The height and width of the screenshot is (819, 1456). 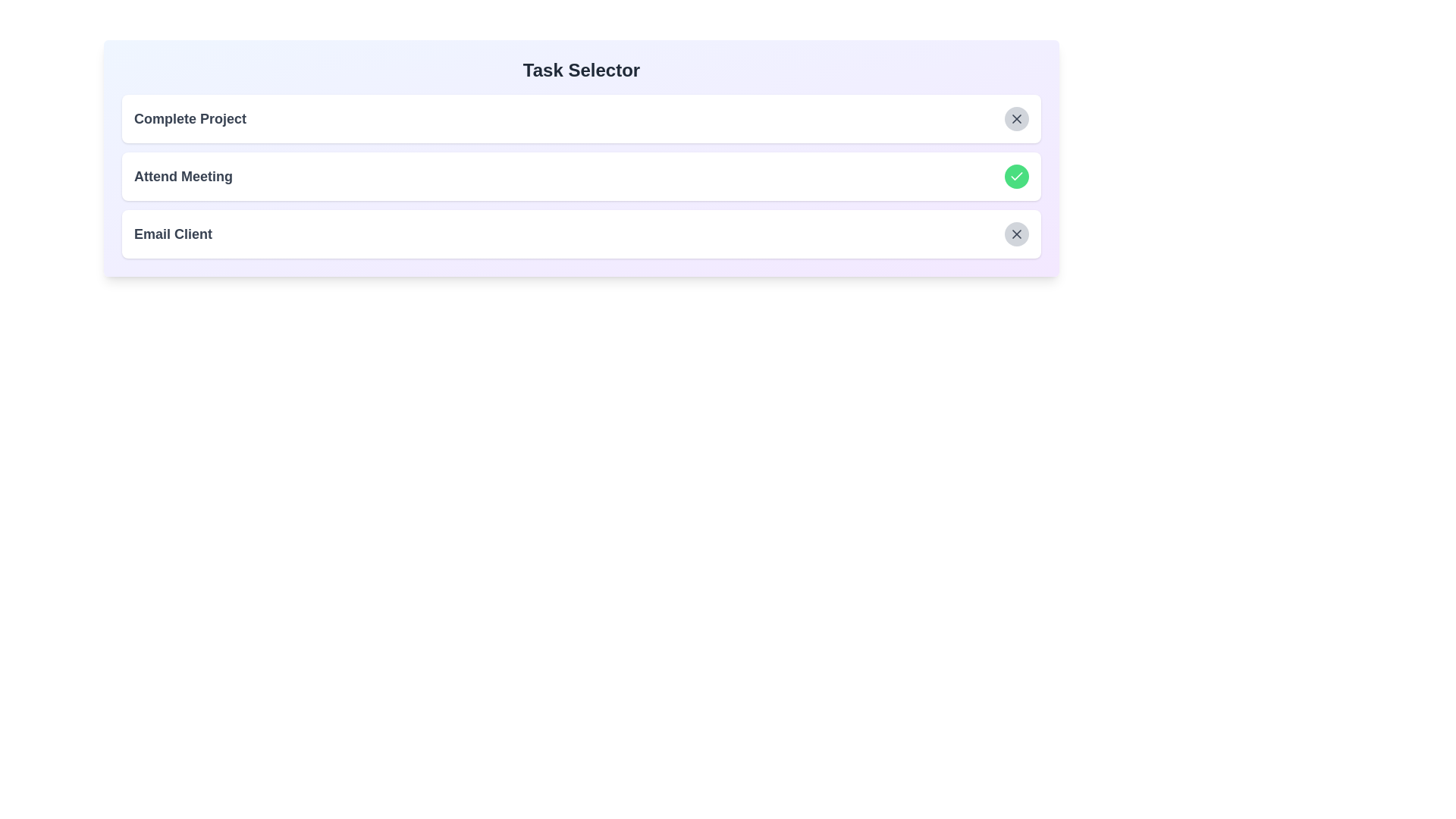 I want to click on the task Attend Meeting, so click(x=1016, y=175).